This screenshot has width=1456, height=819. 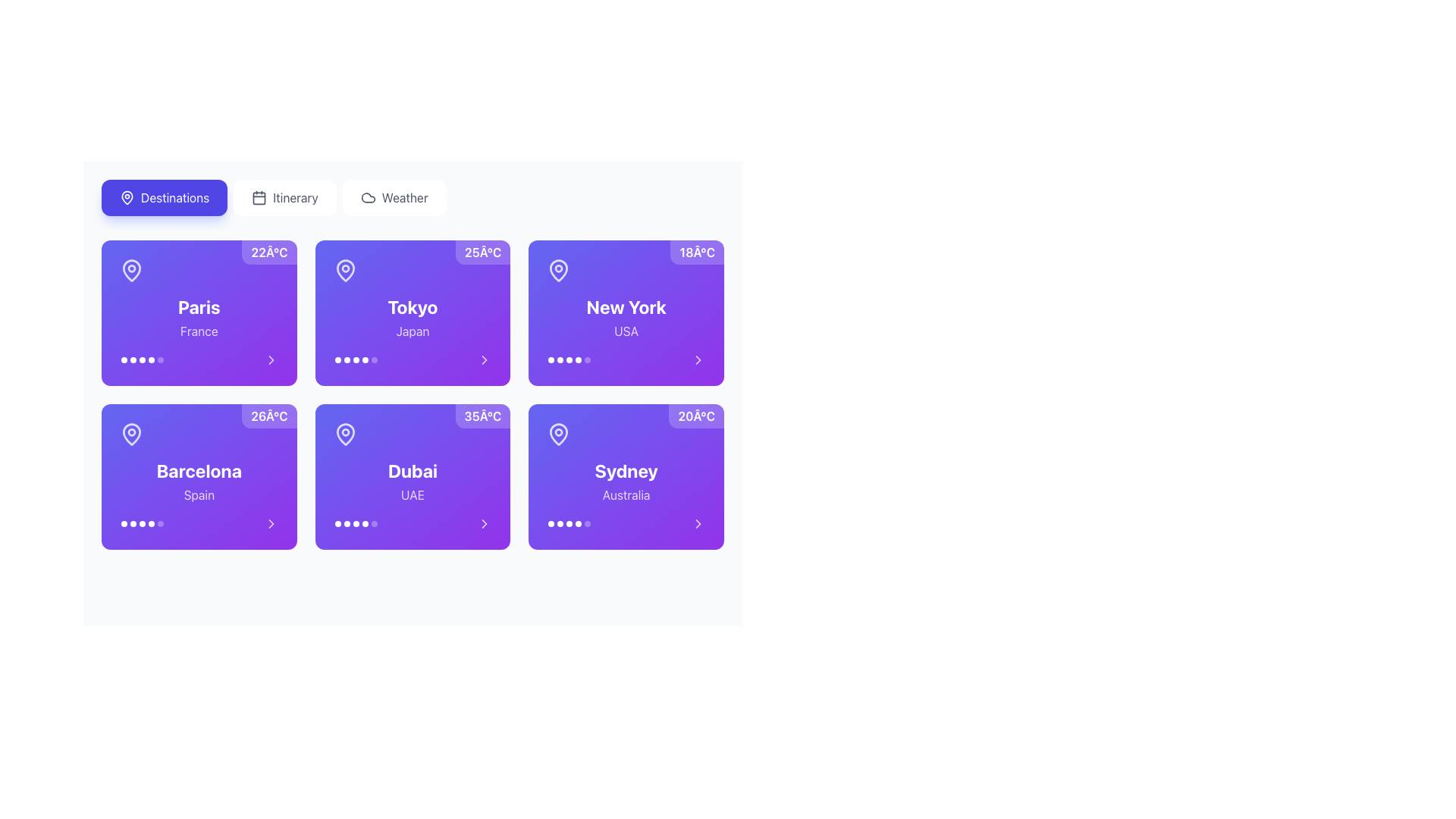 I want to click on the right-facing chevron arrow icon located at the bottom-right corner of the 'New York' card to initiate an action, so click(x=698, y=359).